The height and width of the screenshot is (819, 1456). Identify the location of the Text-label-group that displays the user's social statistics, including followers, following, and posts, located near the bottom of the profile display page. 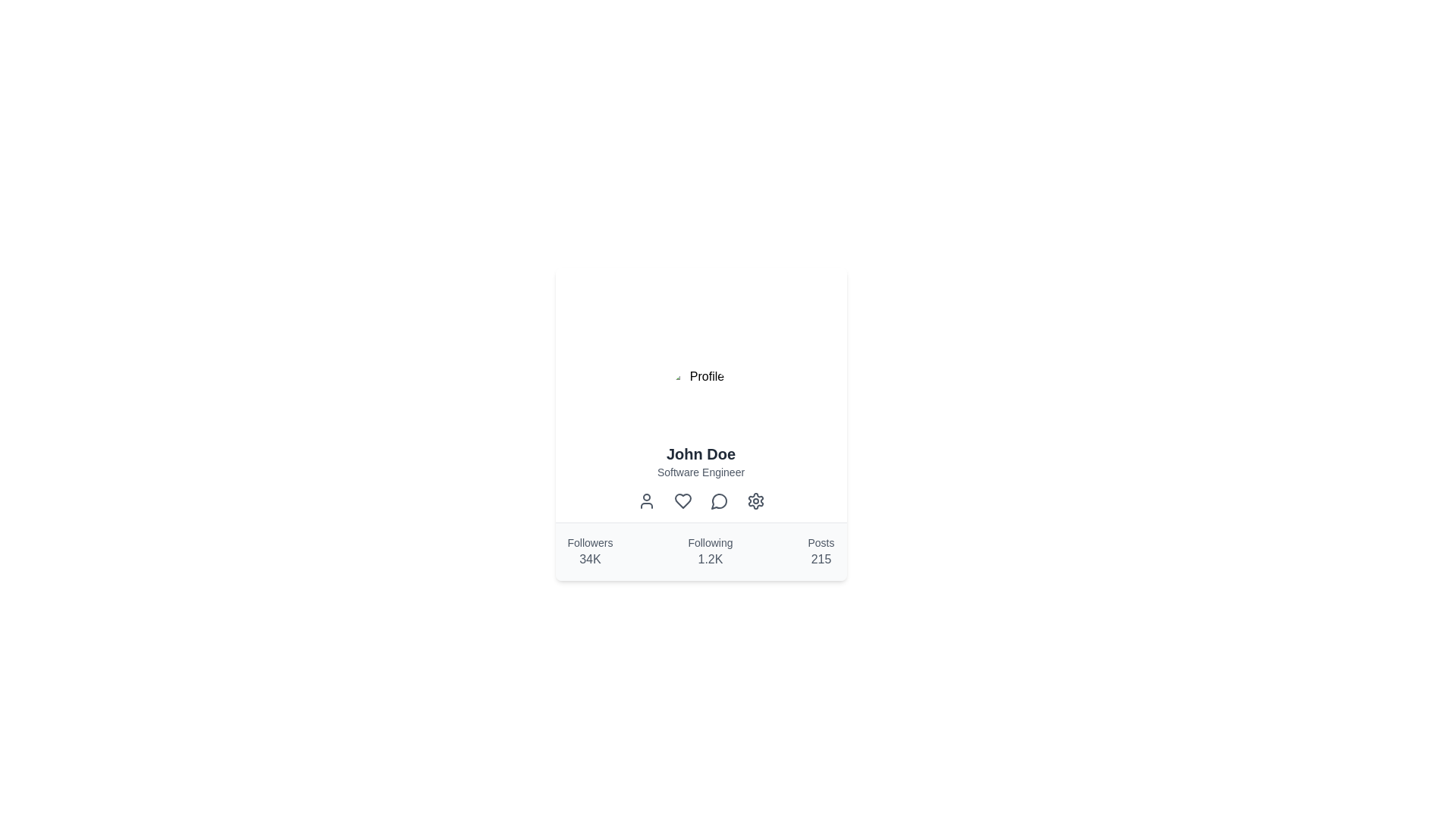
(700, 552).